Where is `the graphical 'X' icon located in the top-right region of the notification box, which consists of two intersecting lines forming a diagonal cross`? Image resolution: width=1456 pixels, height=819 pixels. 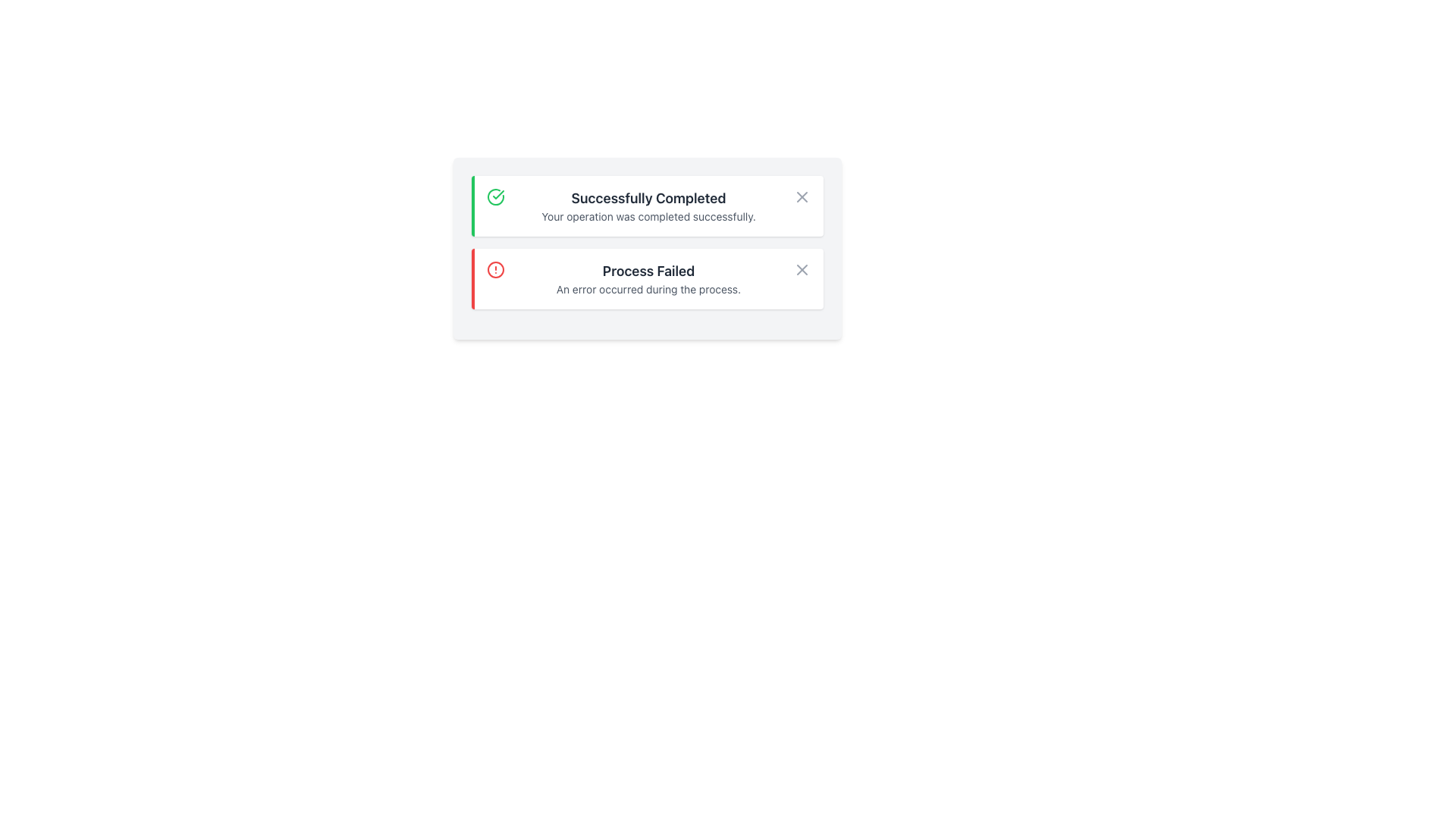 the graphical 'X' icon located in the top-right region of the notification box, which consists of two intersecting lines forming a diagonal cross is located at coordinates (801, 268).